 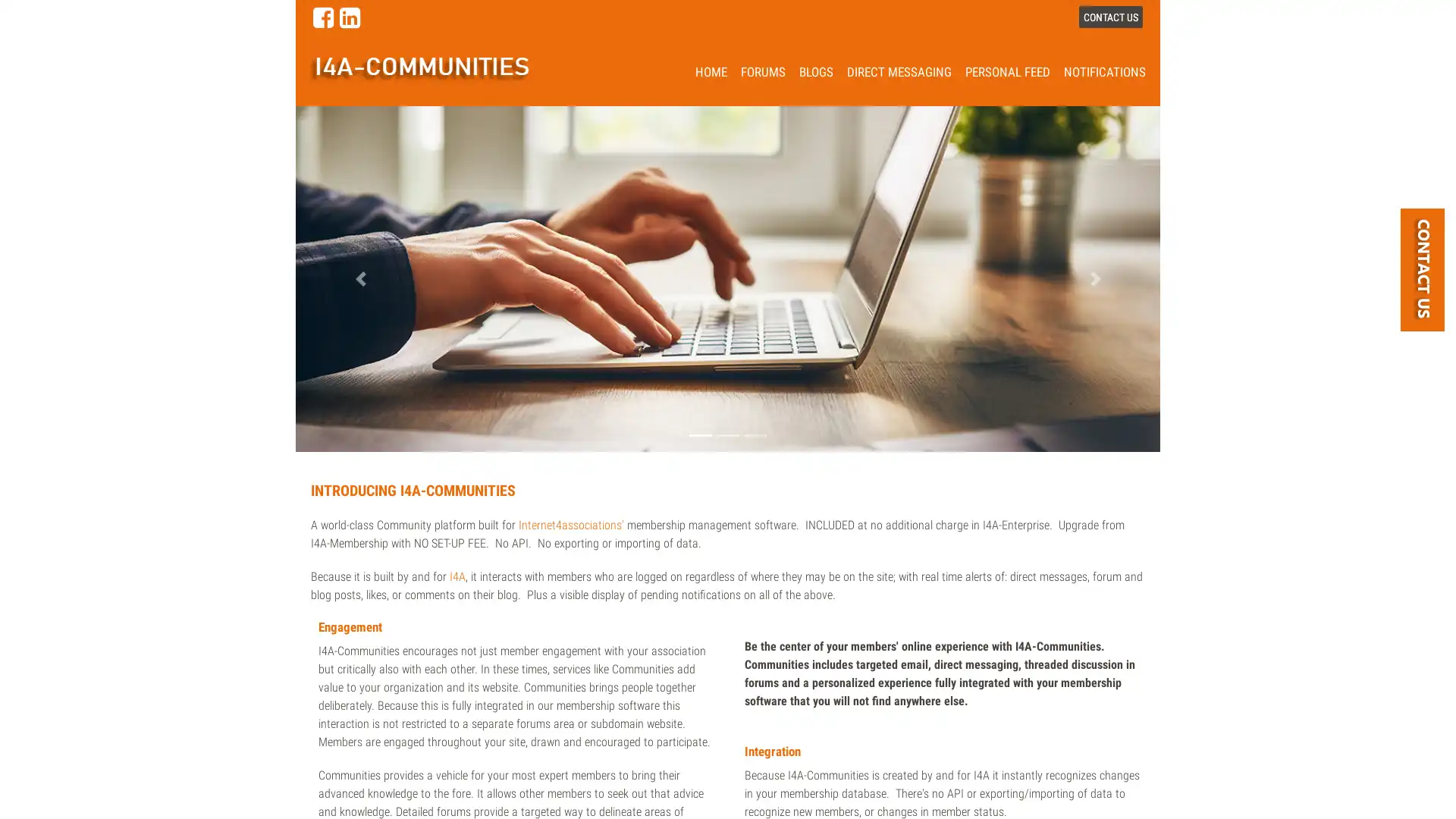 What do you see at coordinates (1110, 17) in the screenshot?
I see `CONTACT US` at bounding box center [1110, 17].